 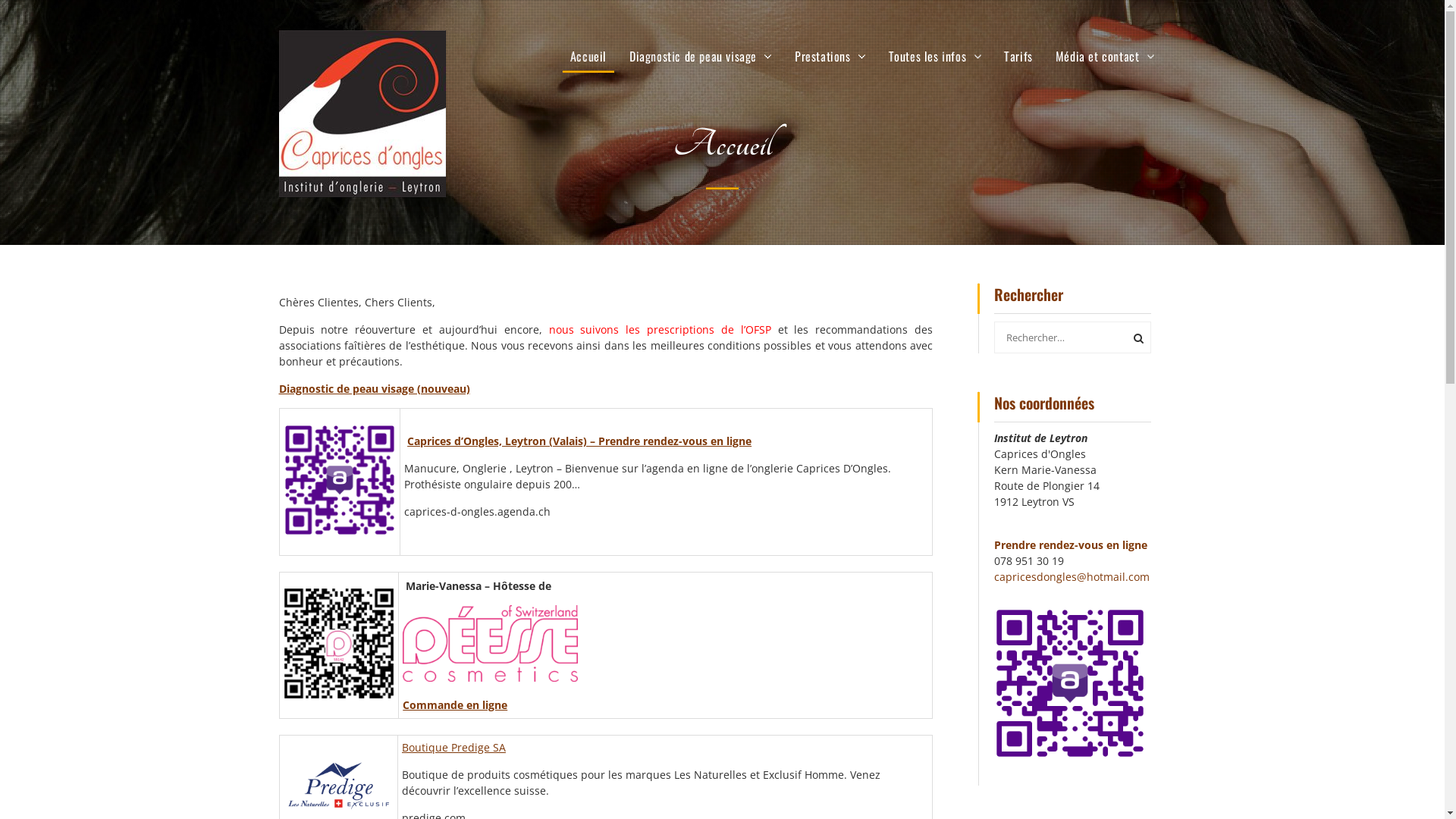 I want to click on 'Prestations', so click(x=829, y=55).